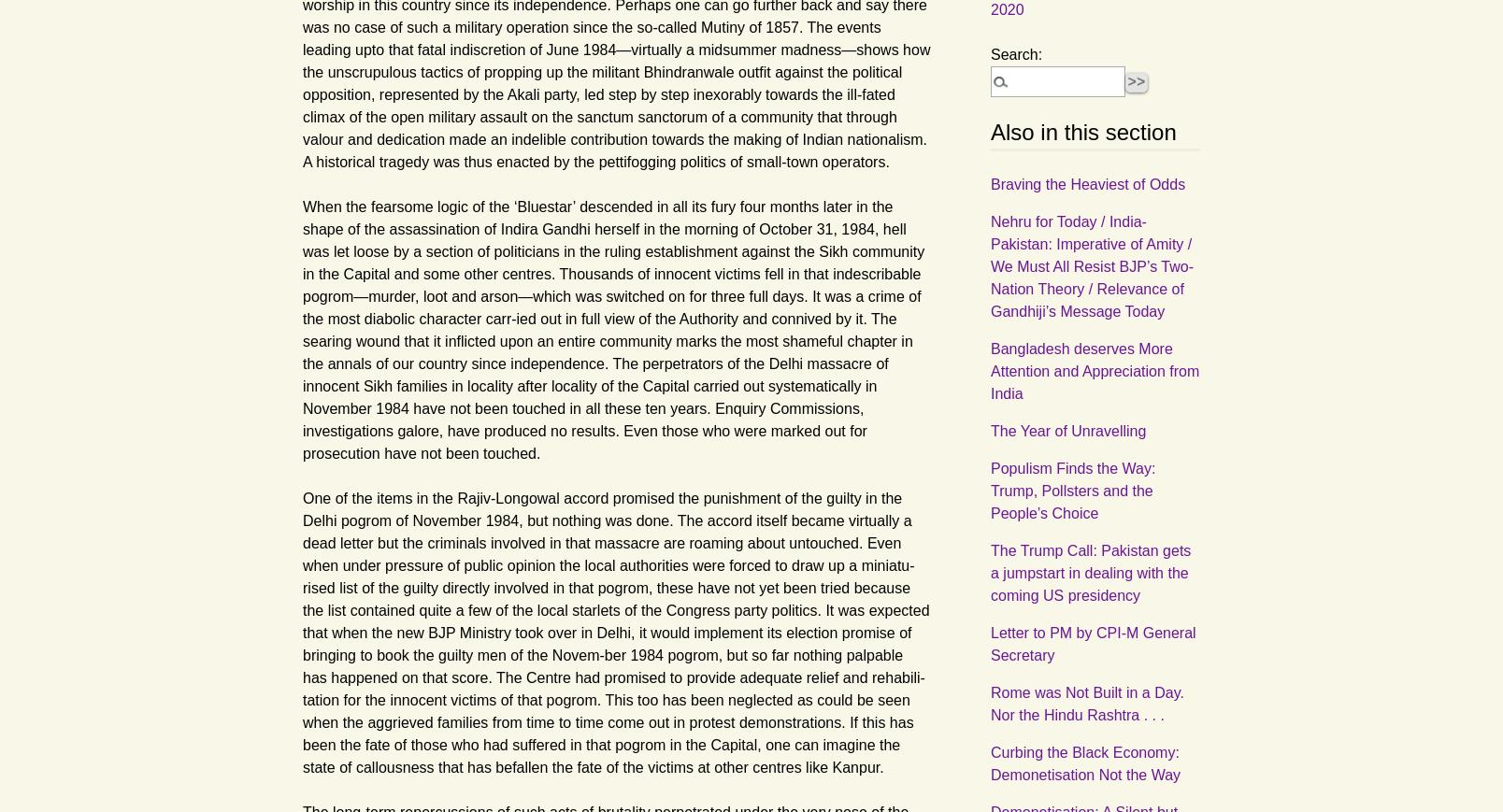  Describe the element at coordinates (613, 328) in the screenshot. I see `'When the fearsome logic of the ‘Bluestar’ descended in all its fury four months later in the shape of the assassination of Indira Gandhi herself in the morning of October 31, 1984, hell was let loose by a section of politicians in the ruling establishment against the Sikh community in the Capital and some other centres. Thousands of innocent victims fell in that indescribable pogrom—murder, loot and arson—which was switched on for three full days. It was a crime of the most diabolic character carr-ied out in full view of the Authority and connived by it. The searing wound that it inflicted upon an entire community marks the most shameful chapter in the annals of our country since independence. The perpetrators of the Delhi massacre of innocent Sikh families in locality after locality of the Capital carried out systematically in November 1984 have not been touched in all these ten years. Enquiry Commissions, investigations galore, have produced no results. Even those who were marked out for prosecution have not been touched.'` at that location.